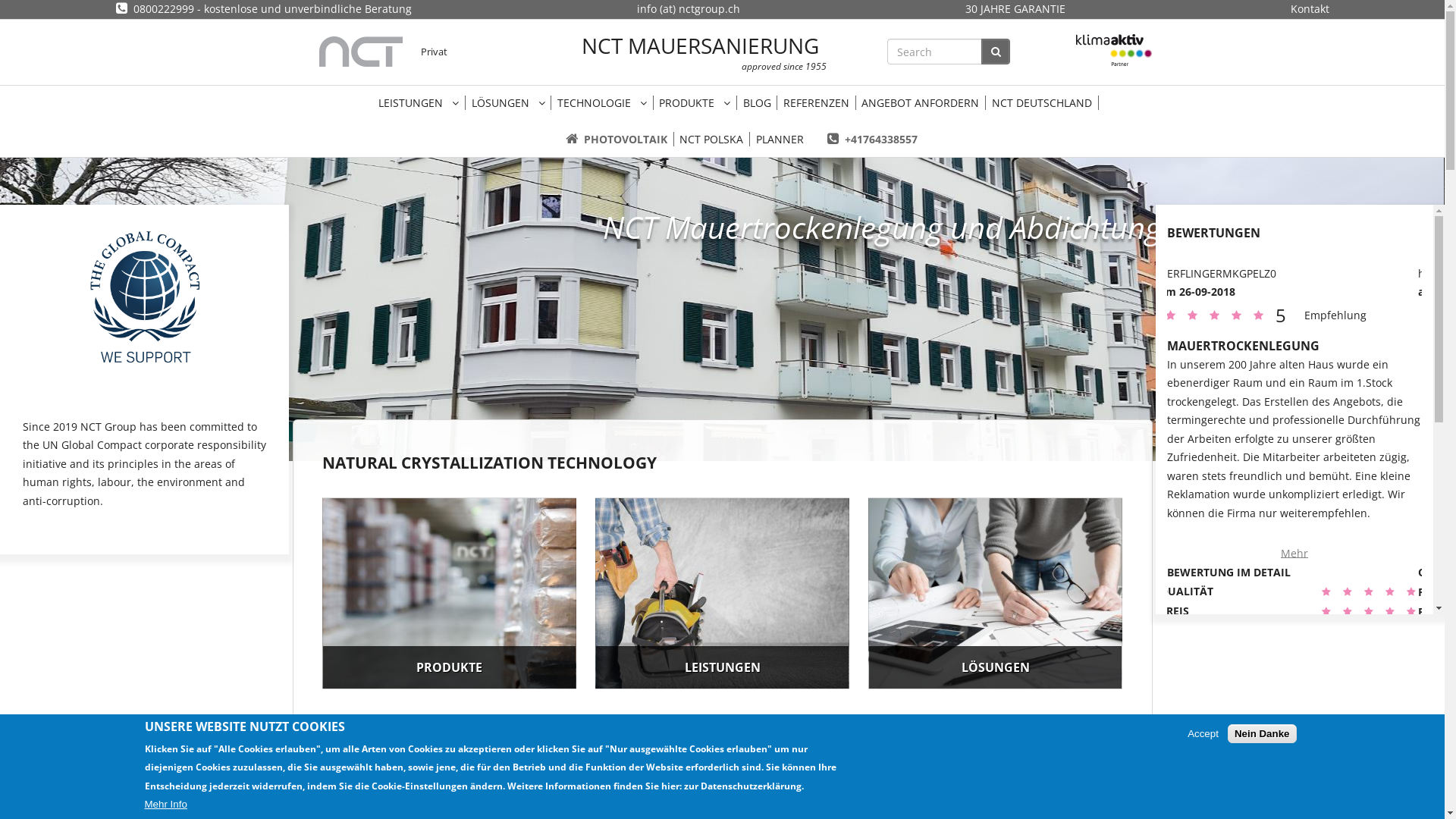 The height and width of the screenshot is (819, 1456). Describe the element at coordinates (1202, 733) in the screenshot. I see `'Accept'` at that location.